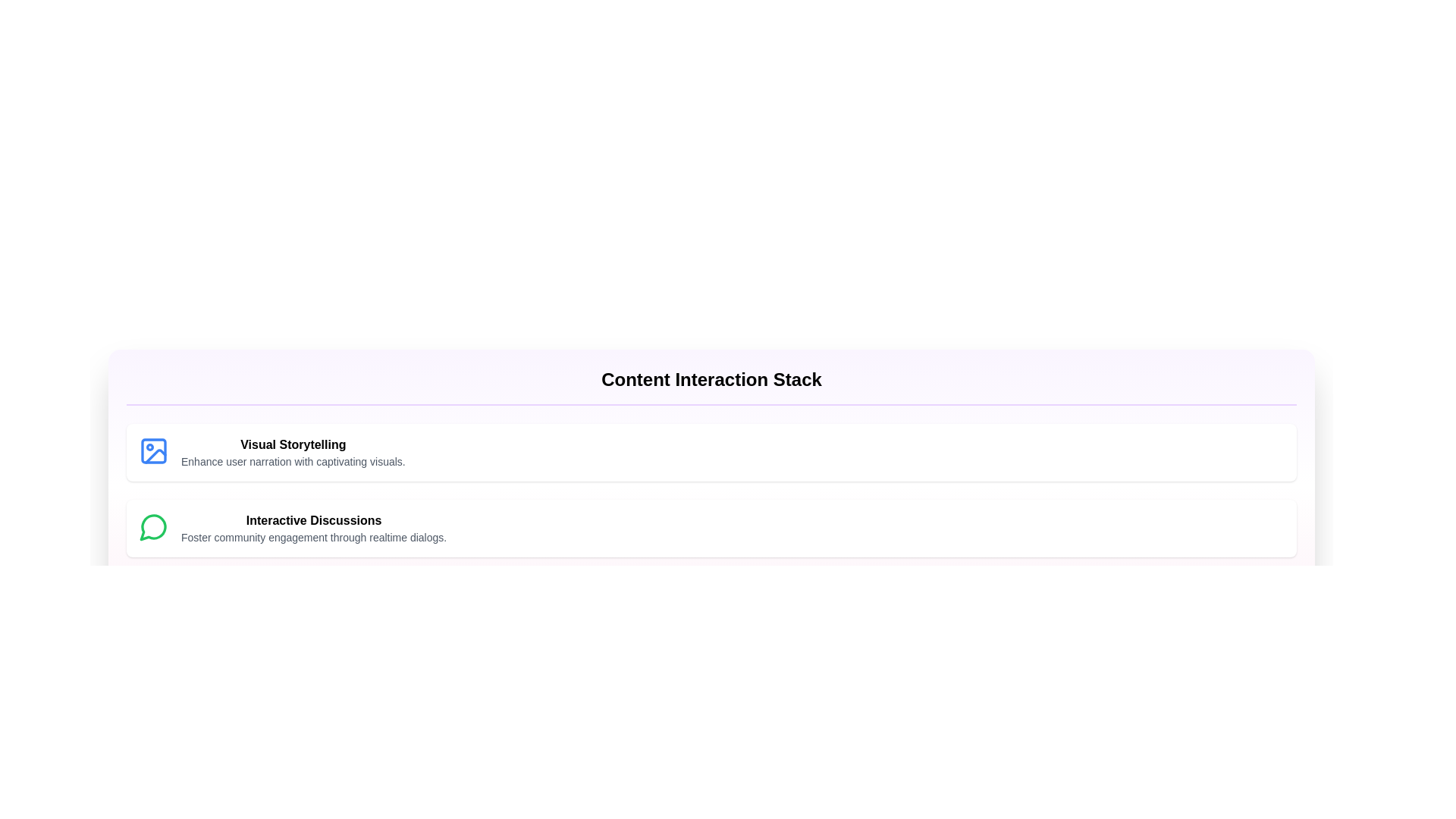 This screenshot has height=819, width=1456. Describe the element at coordinates (293, 461) in the screenshot. I see `the text component that contains the phrase 'Enhance user narration with captivating visuals.' located under the 'Visual Storytelling' heading` at that location.